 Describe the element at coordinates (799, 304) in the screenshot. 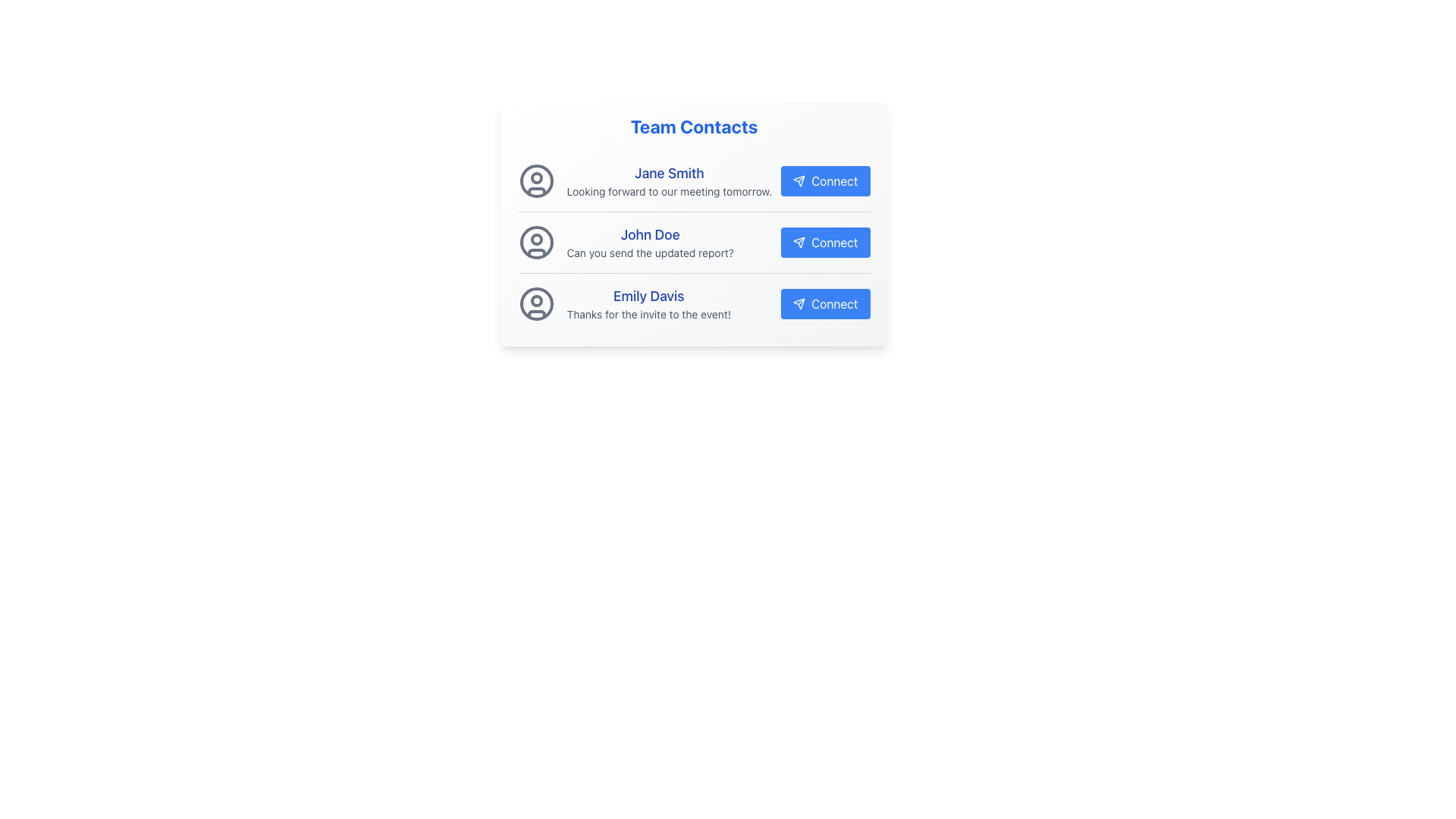

I see `the leading icon within the 'Connect' button located in the third row at the bottom right corner of the card` at that location.